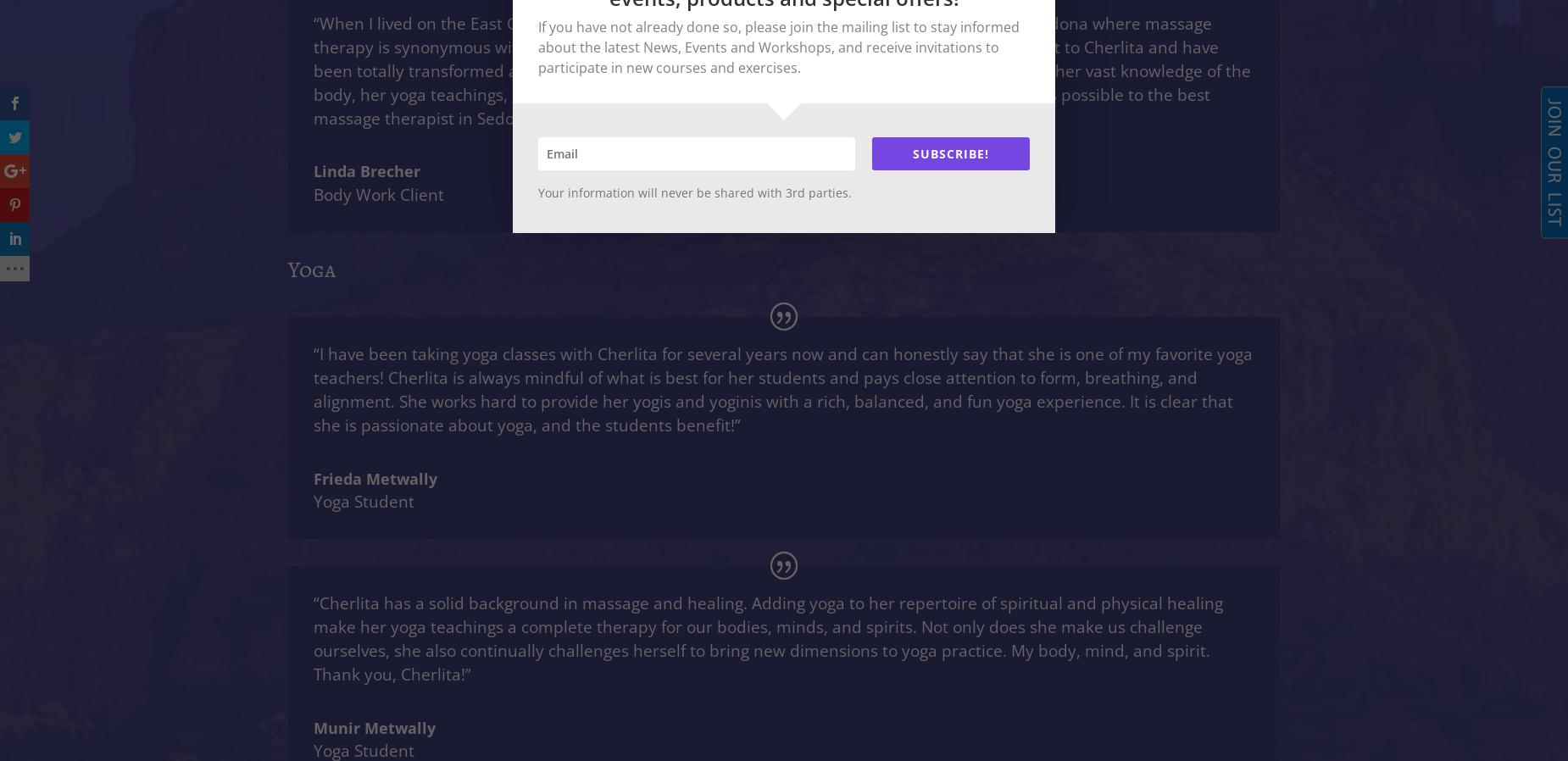 The width and height of the screenshot is (1568, 761). Describe the element at coordinates (694, 192) in the screenshot. I see `'Your information will never be shared with 3rd parties.'` at that location.